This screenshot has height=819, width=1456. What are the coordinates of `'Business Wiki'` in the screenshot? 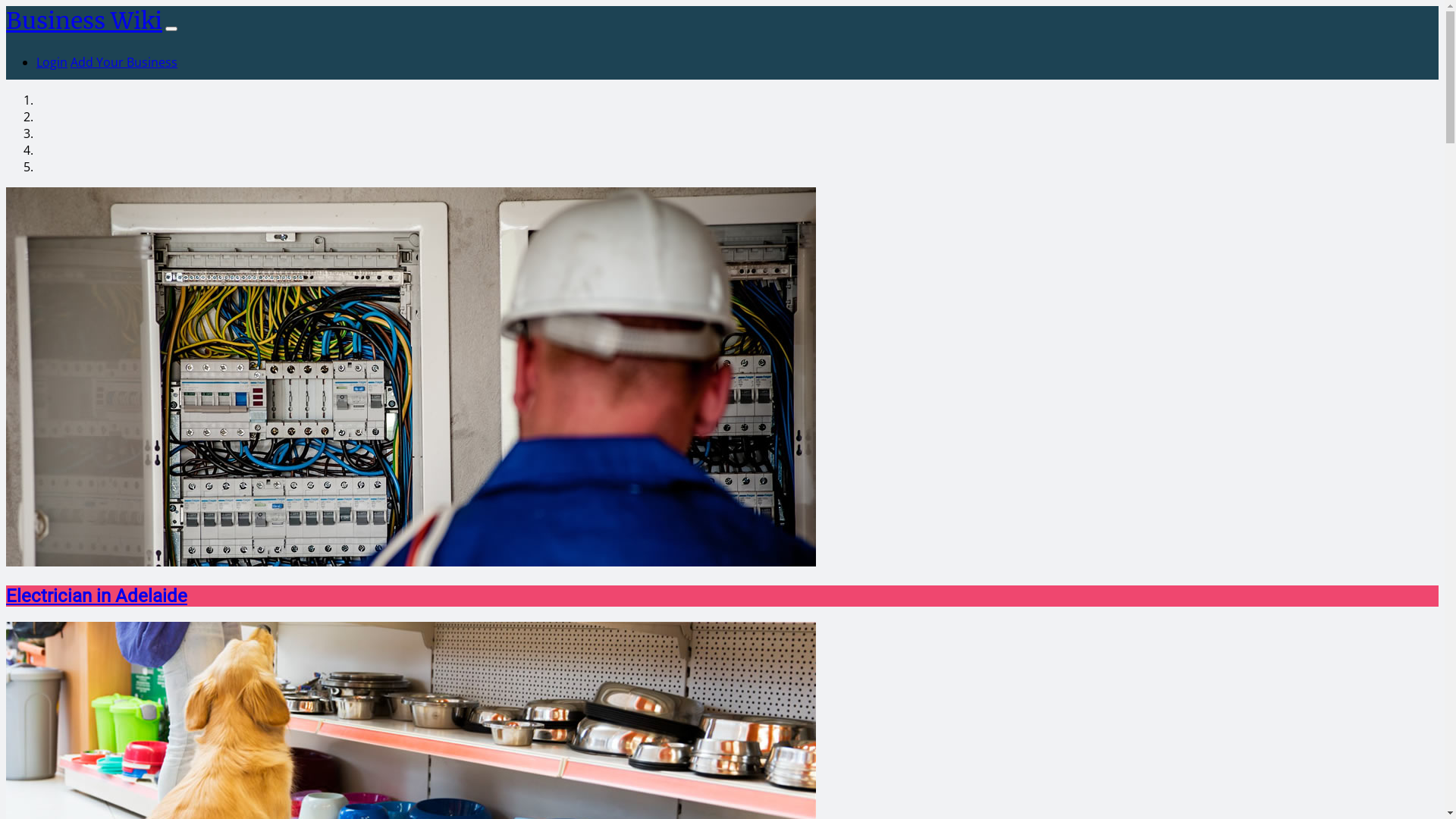 It's located at (83, 20).